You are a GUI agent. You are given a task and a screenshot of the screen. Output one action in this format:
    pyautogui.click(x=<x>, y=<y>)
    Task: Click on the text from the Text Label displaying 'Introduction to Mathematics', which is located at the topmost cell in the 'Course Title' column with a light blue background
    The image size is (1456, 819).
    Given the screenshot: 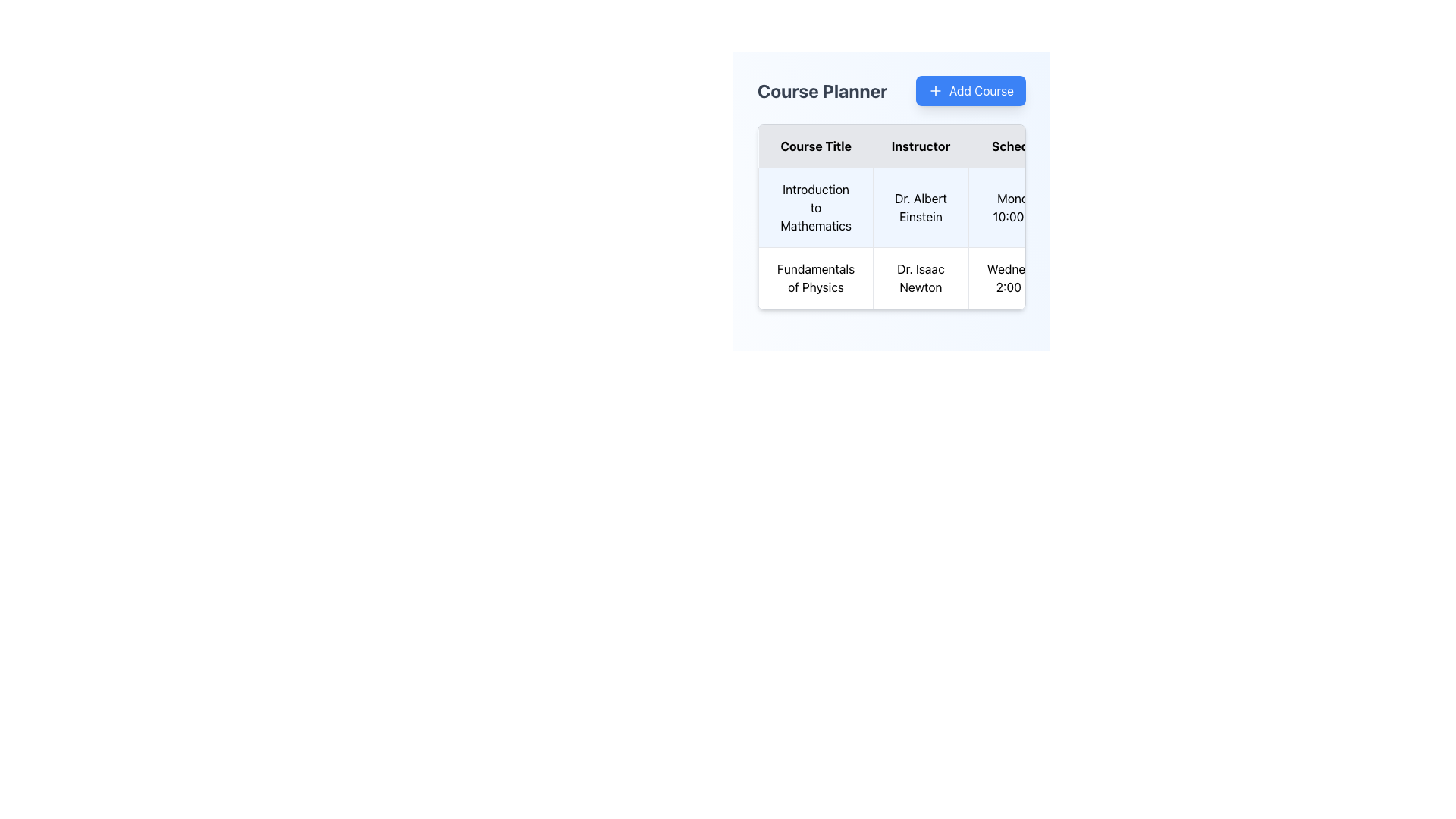 What is the action you would take?
    pyautogui.click(x=815, y=207)
    